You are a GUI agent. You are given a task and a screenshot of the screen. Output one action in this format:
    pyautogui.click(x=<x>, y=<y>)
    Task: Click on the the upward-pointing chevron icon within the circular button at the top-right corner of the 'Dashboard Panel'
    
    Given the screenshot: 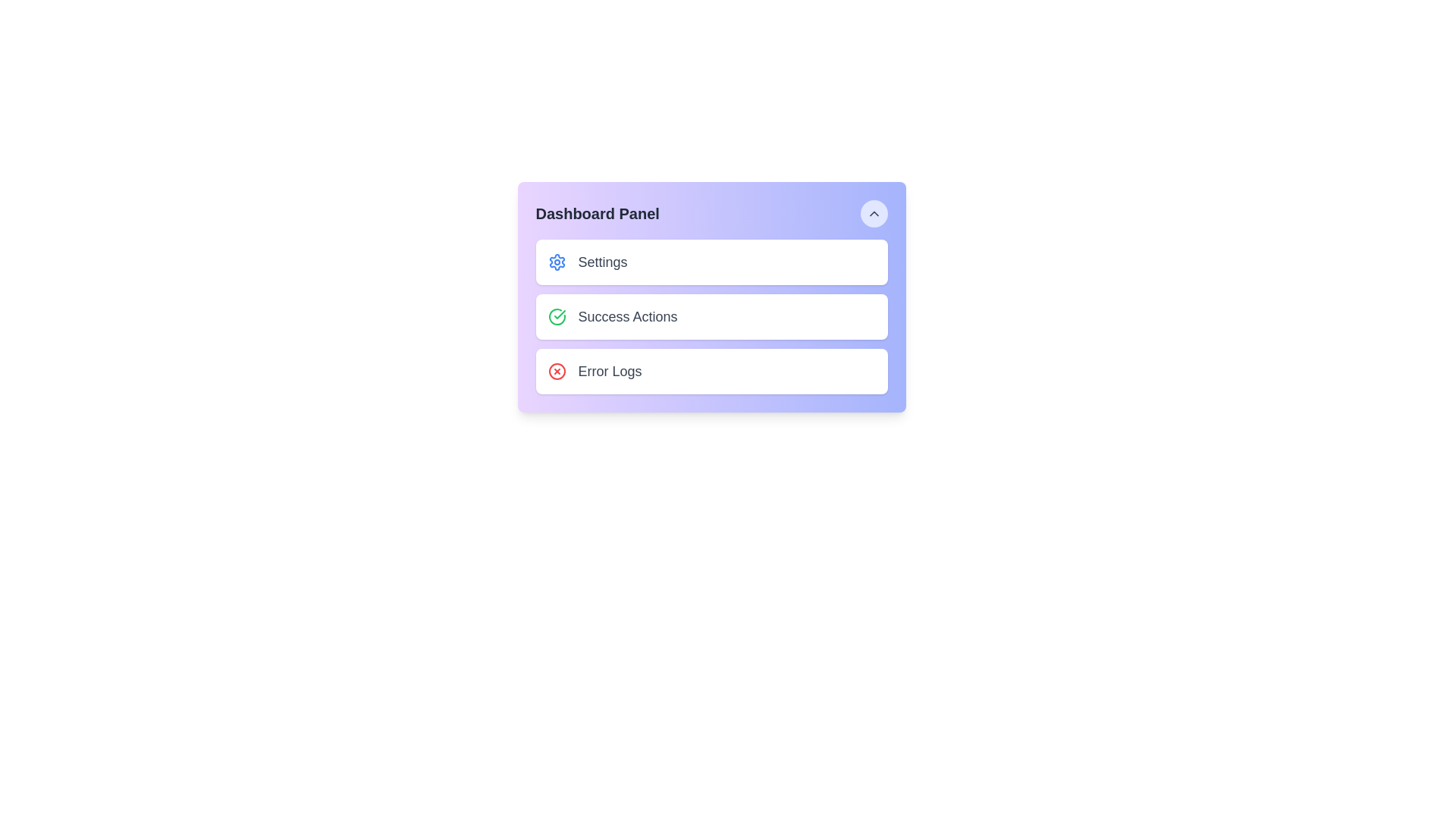 What is the action you would take?
    pyautogui.click(x=874, y=213)
    